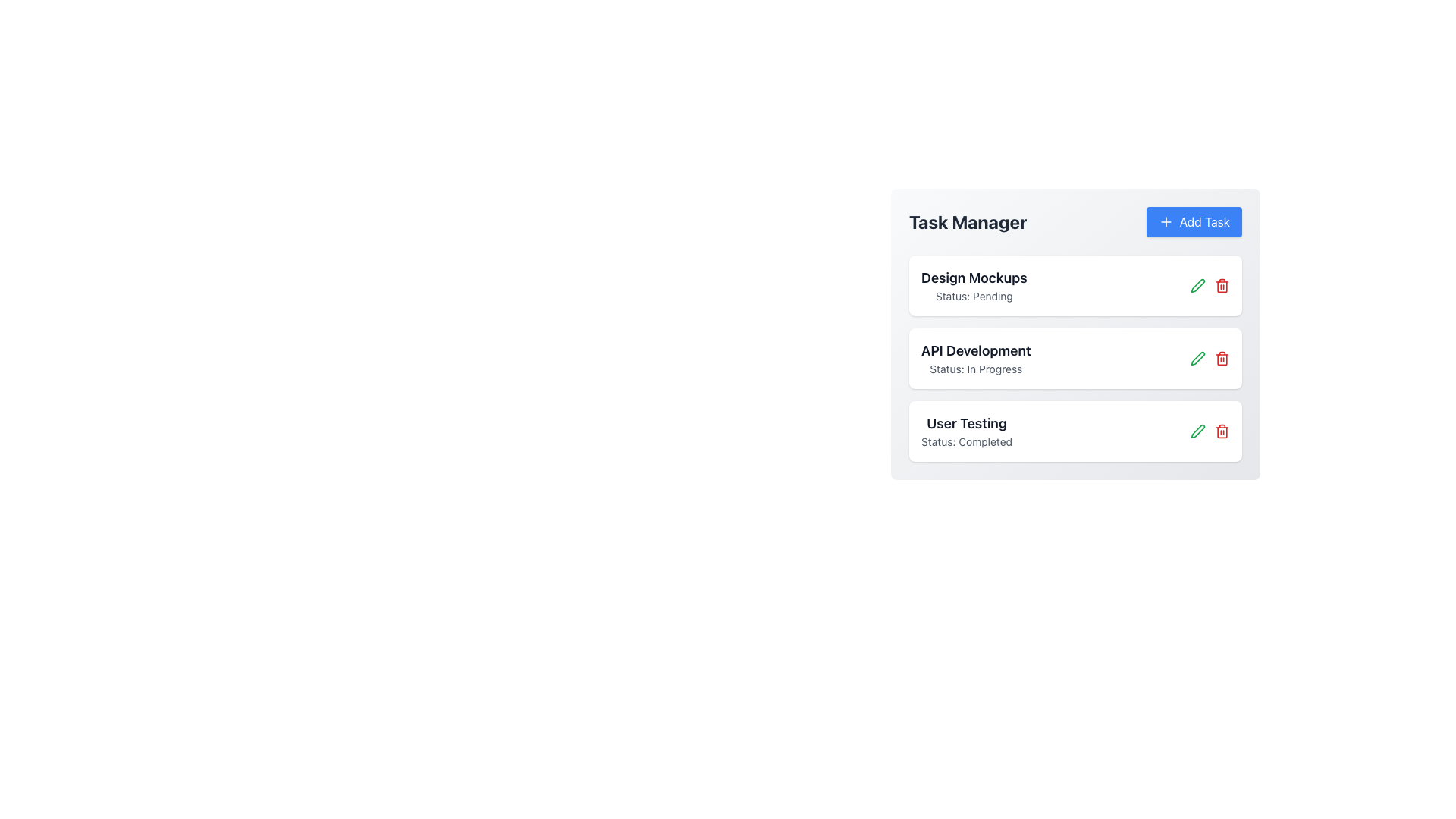 This screenshot has width=1456, height=819. I want to click on the task item labeled 'User Testing' in the Task Manager interface, so click(1075, 431).